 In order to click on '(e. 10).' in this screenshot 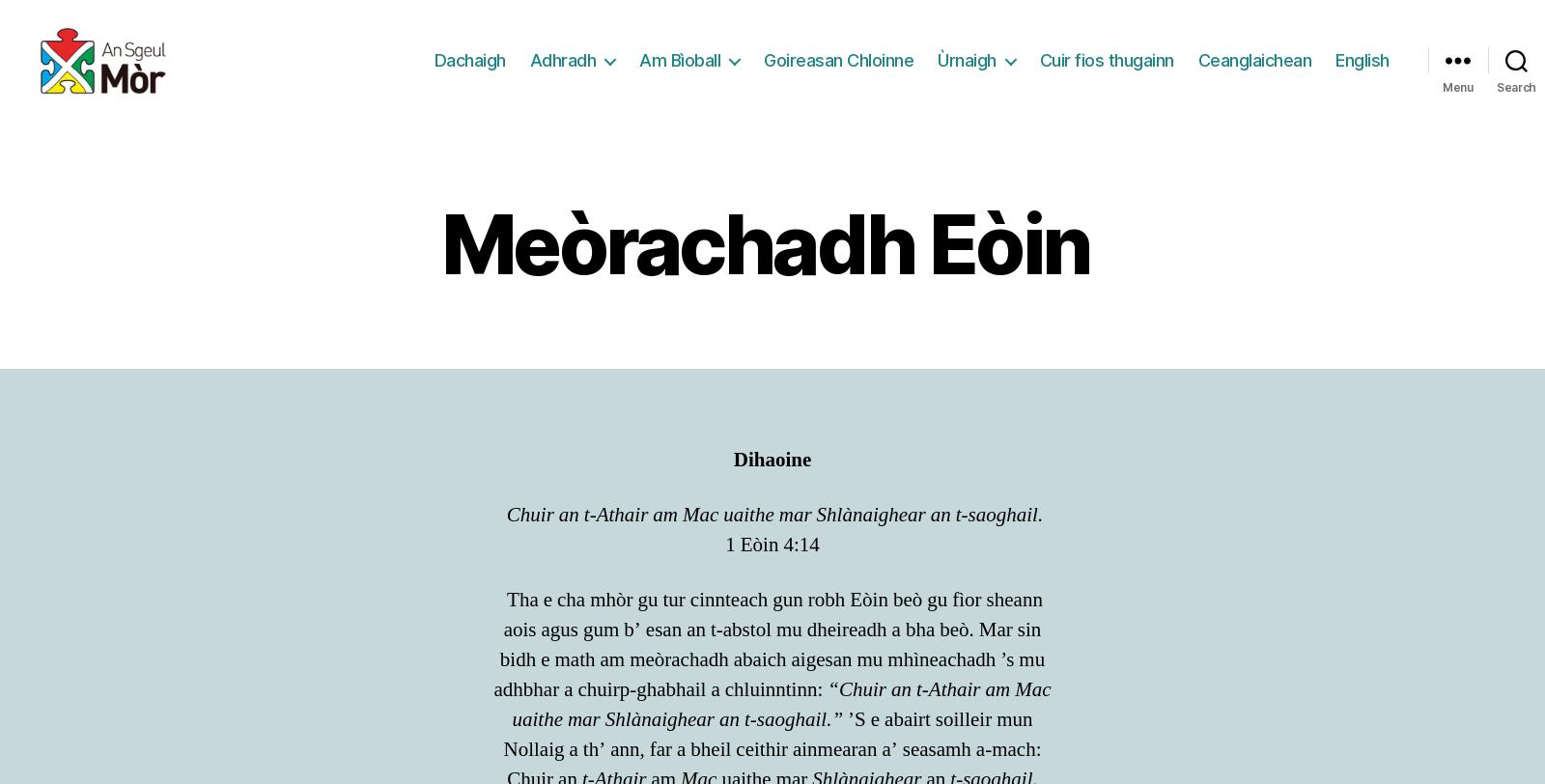, I will do `click(1006, 71)`.